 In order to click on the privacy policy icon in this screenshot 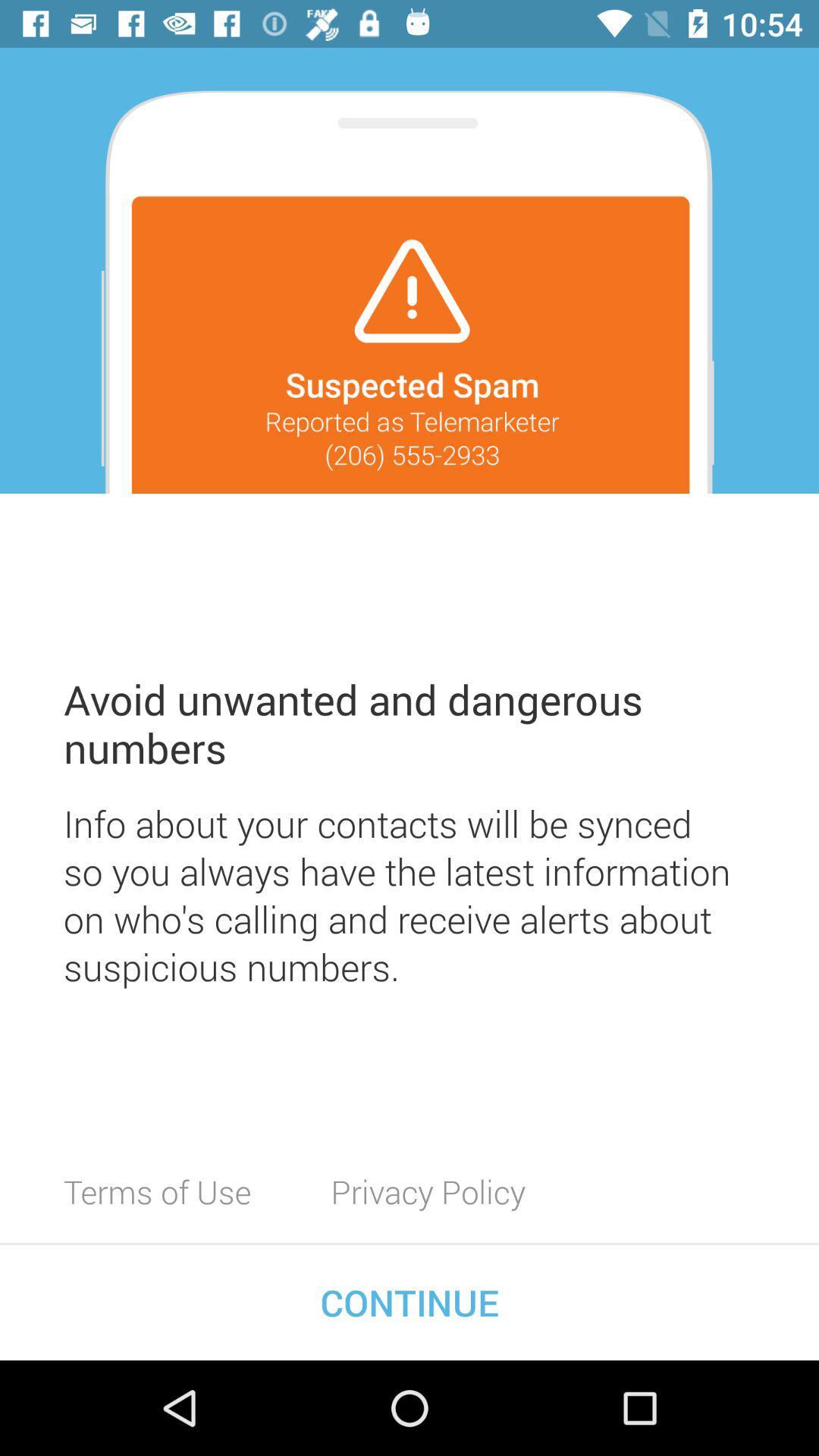, I will do `click(428, 1191)`.